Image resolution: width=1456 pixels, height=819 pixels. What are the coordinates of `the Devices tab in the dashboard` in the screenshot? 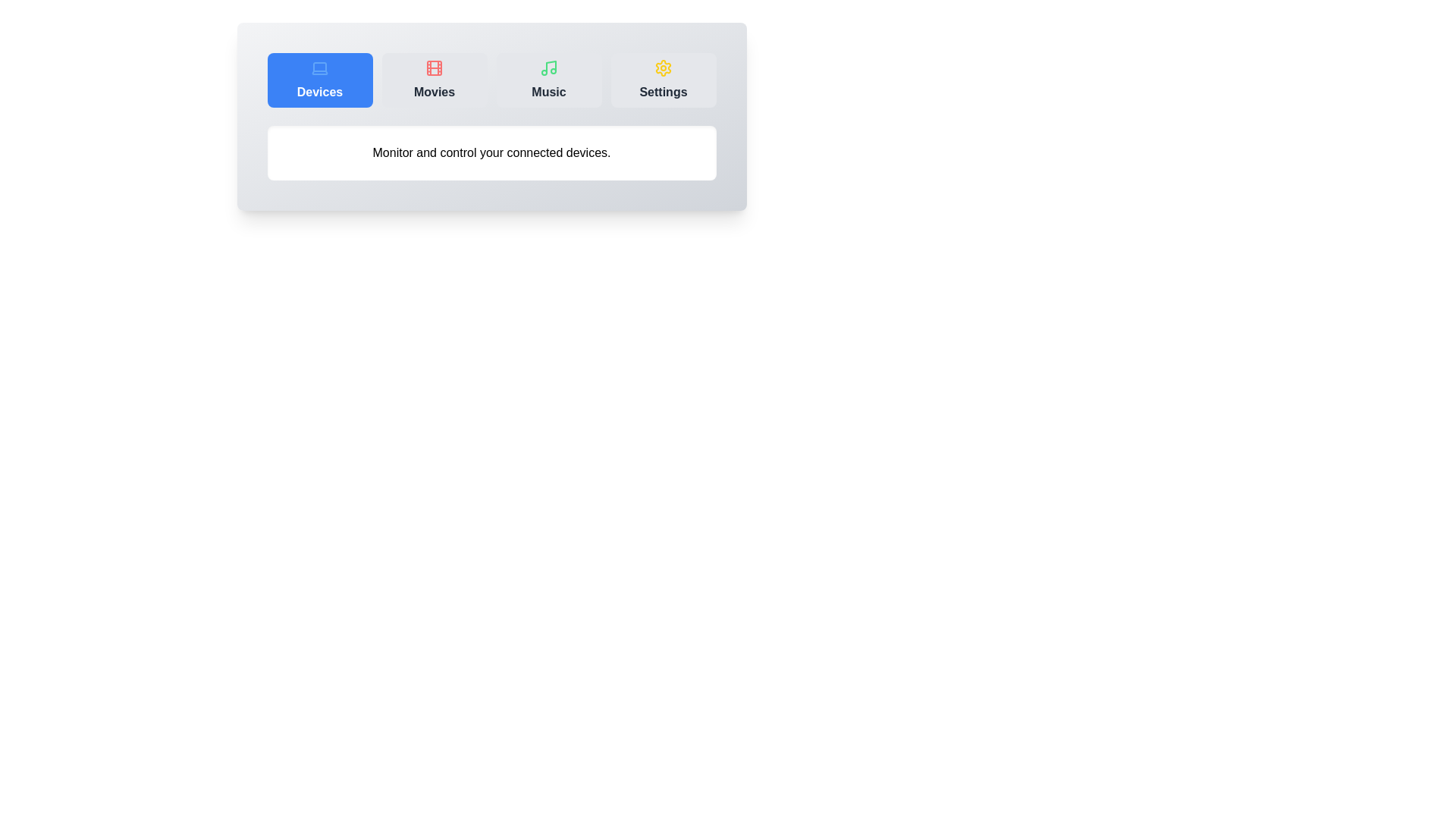 It's located at (319, 80).